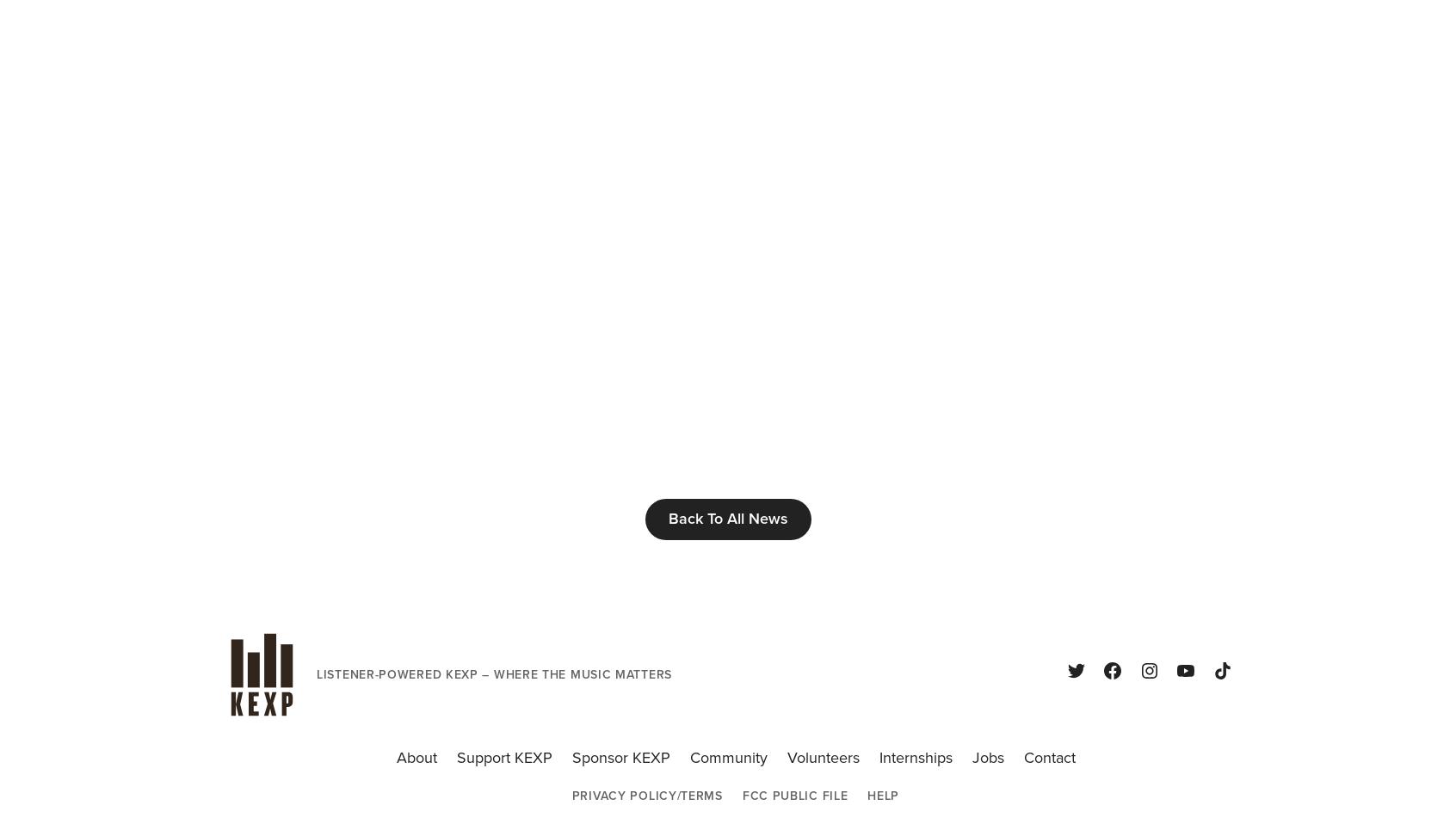 This screenshot has height=836, width=1456. I want to click on 'Volunteers', so click(822, 758).